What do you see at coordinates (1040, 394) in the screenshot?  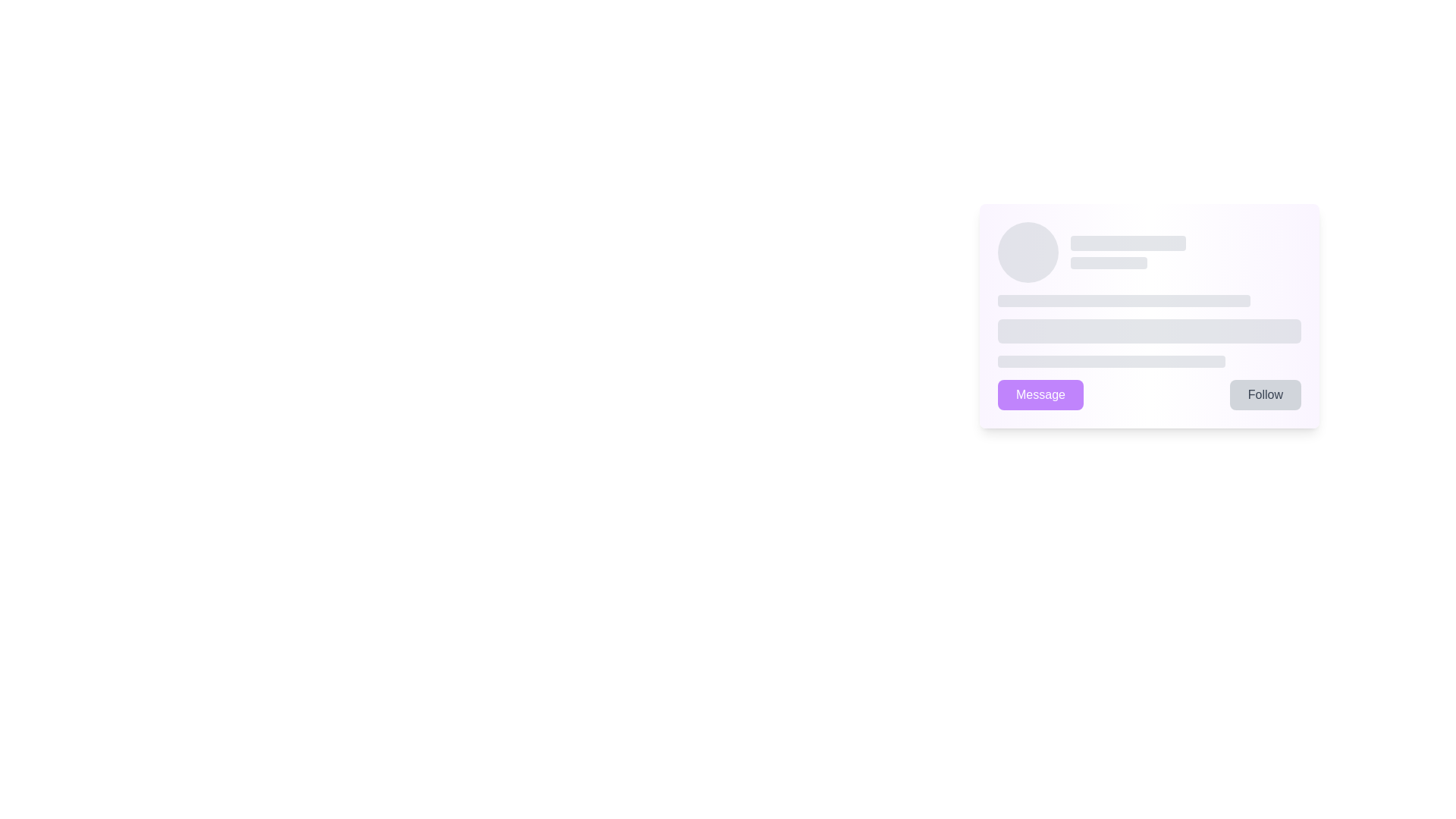 I see `the purple 'Message' button with white text` at bounding box center [1040, 394].